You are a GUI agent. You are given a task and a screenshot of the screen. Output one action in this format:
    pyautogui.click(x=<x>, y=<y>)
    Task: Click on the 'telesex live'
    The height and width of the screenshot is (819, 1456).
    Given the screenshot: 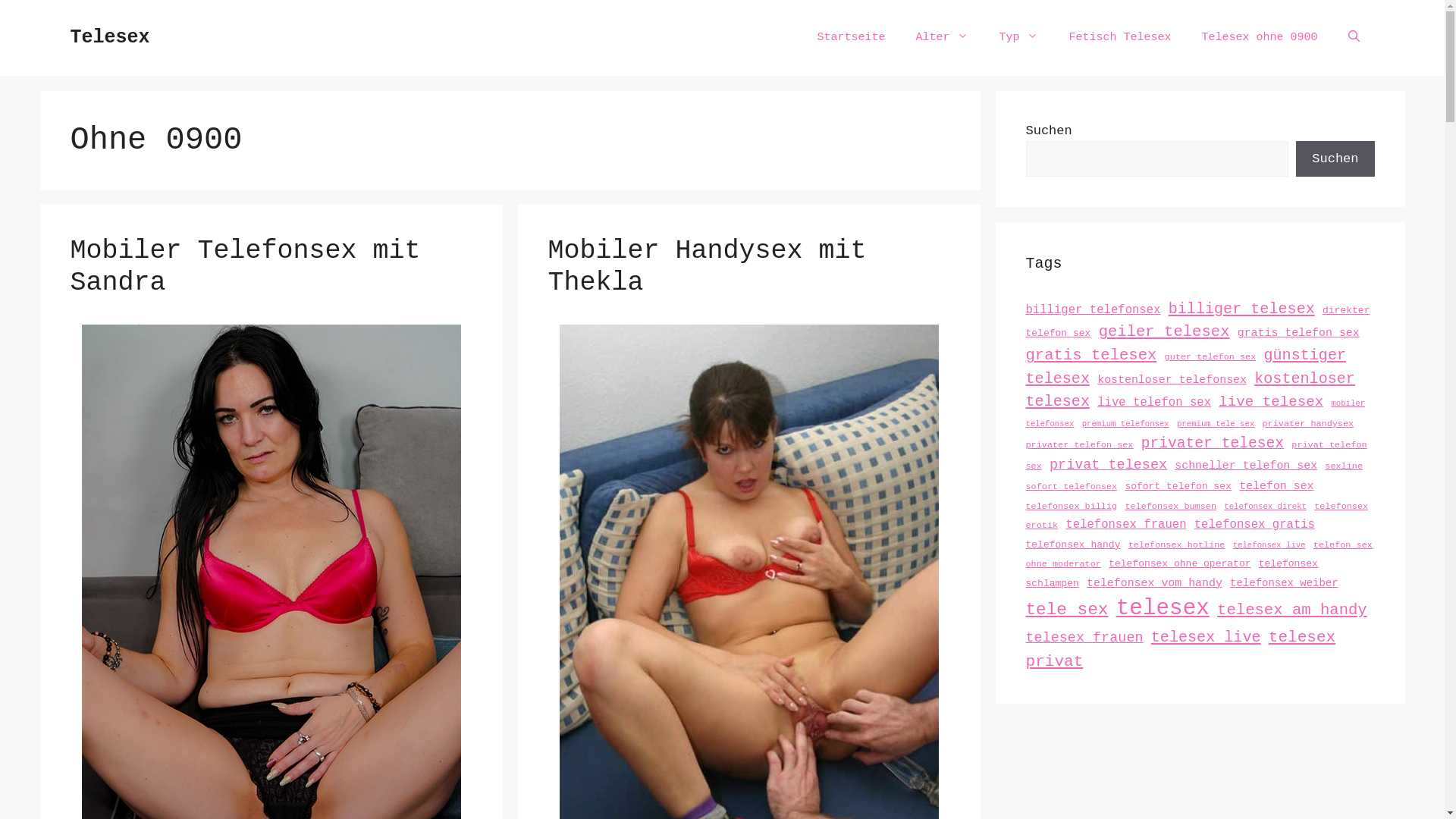 What is the action you would take?
    pyautogui.click(x=1205, y=637)
    